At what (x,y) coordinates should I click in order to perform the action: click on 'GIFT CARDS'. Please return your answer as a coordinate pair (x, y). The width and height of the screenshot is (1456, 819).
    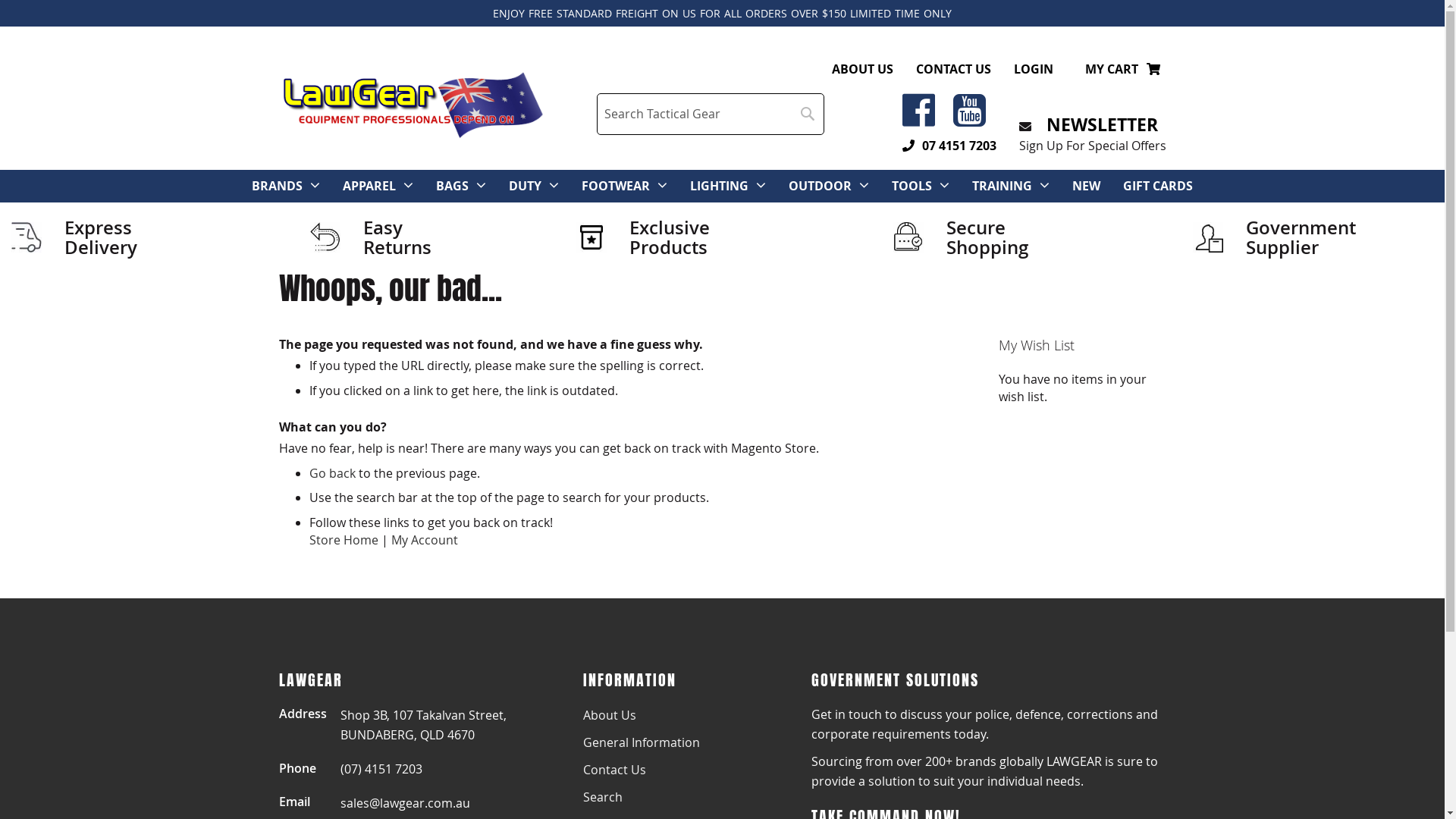
    Looking at the image, I should click on (1156, 185).